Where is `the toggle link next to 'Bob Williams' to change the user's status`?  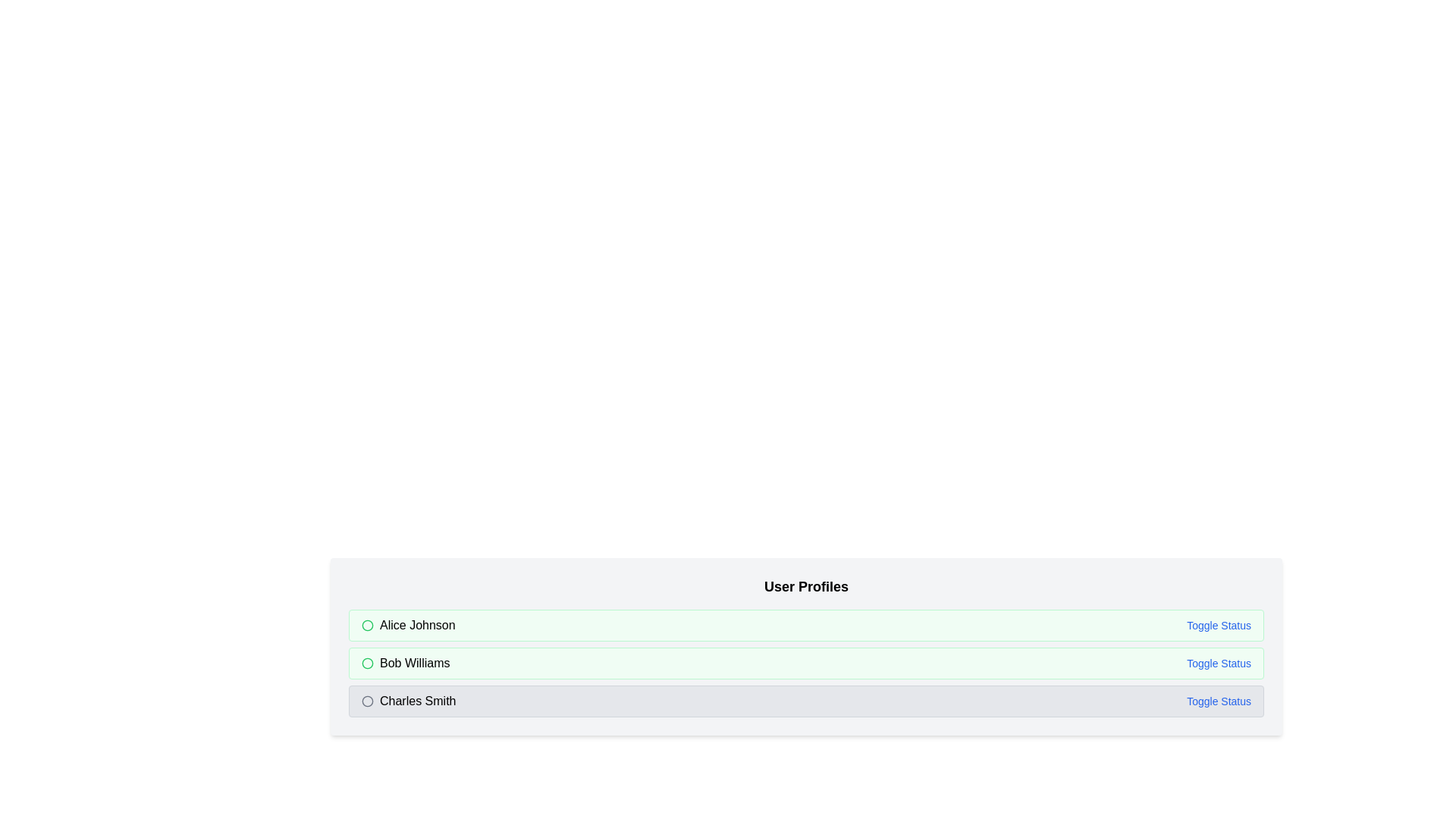
the toggle link next to 'Bob Williams' to change the user's status is located at coordinates (1219, 663).